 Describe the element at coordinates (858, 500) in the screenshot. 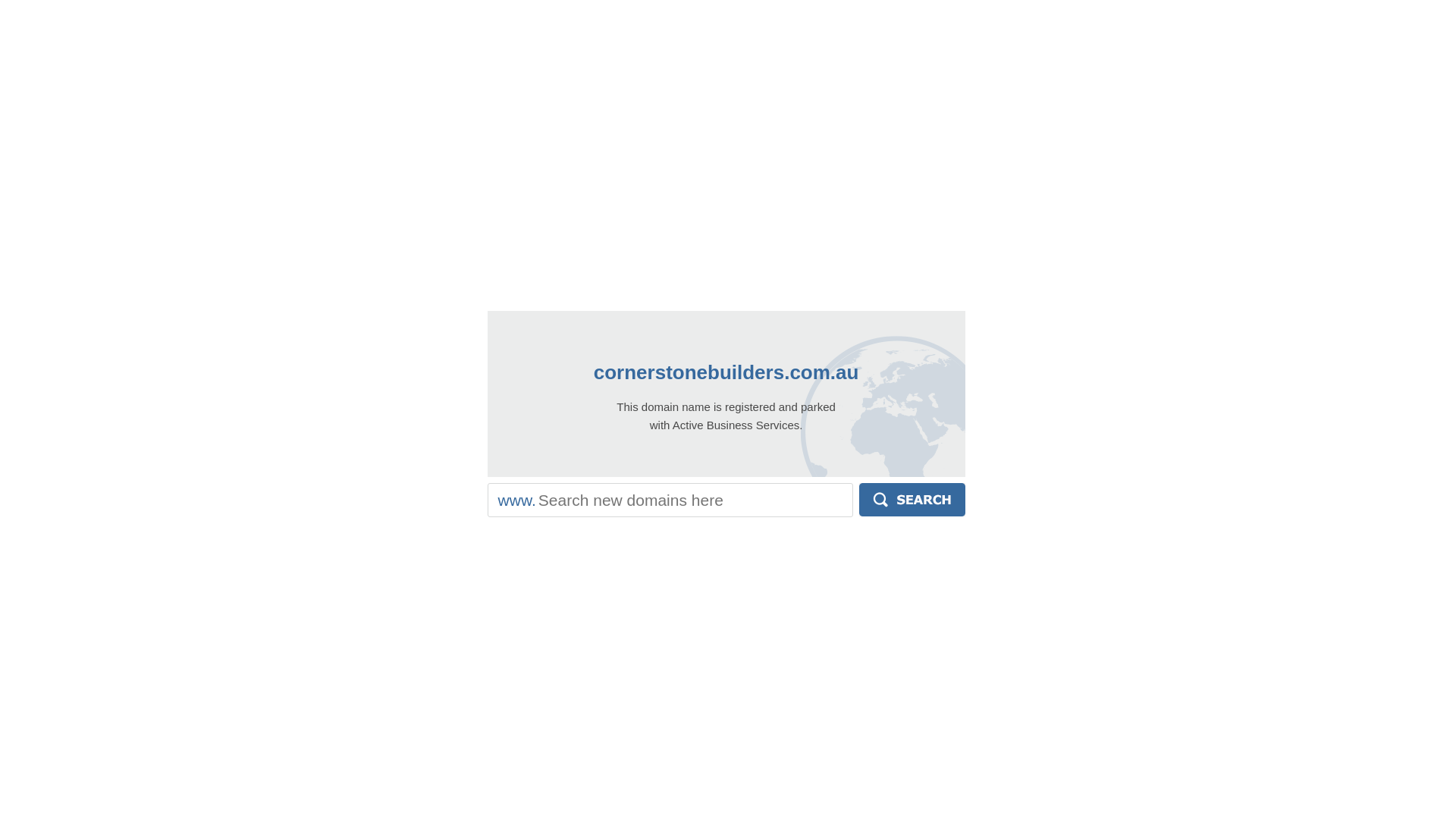

I see `'Search'` at that location.